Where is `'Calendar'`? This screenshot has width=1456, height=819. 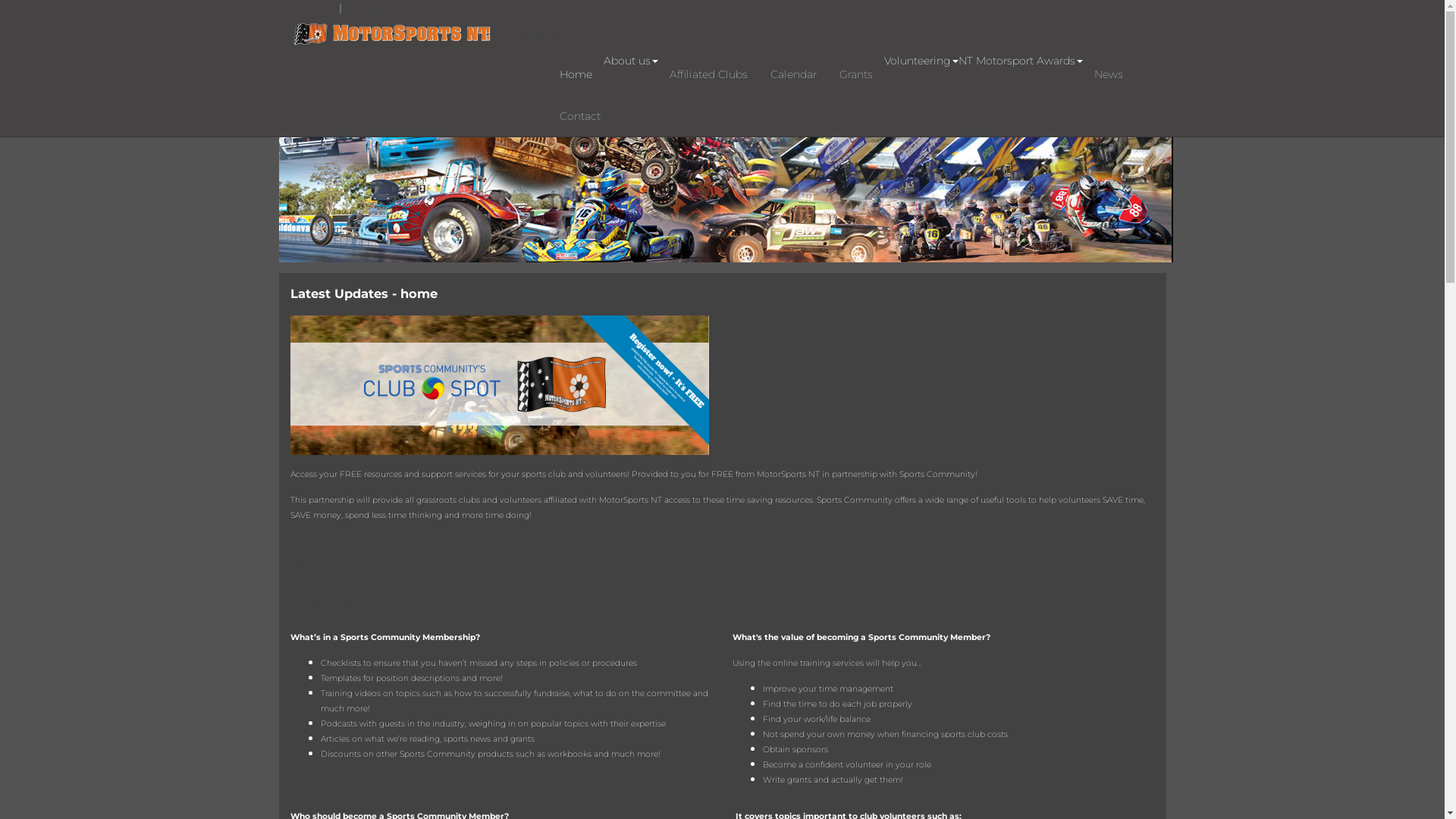
'Calendar' is located at coordinates (792, 74).